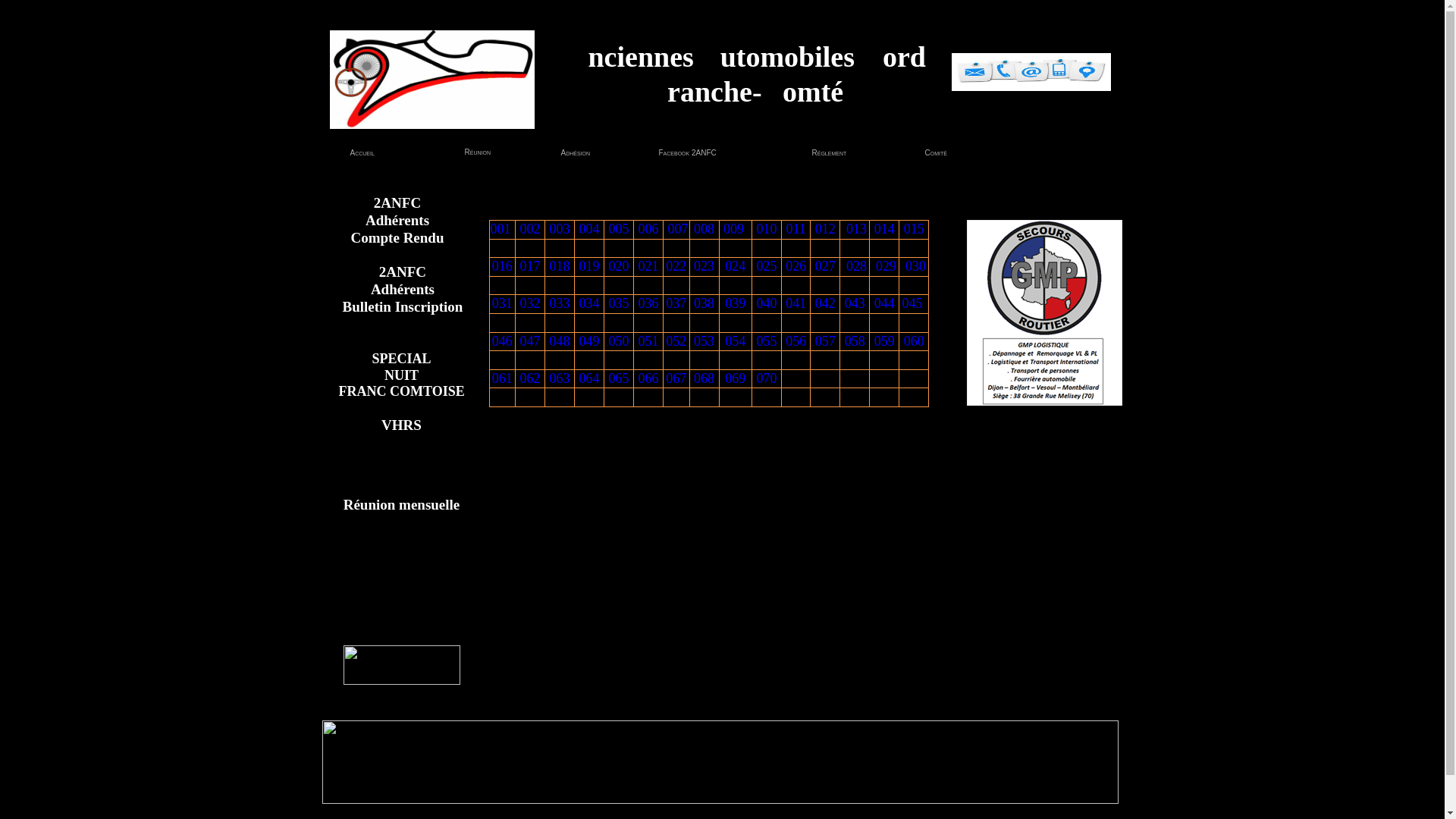 The image size is (1456, 819). I want to click on '044', so click(884, 303).